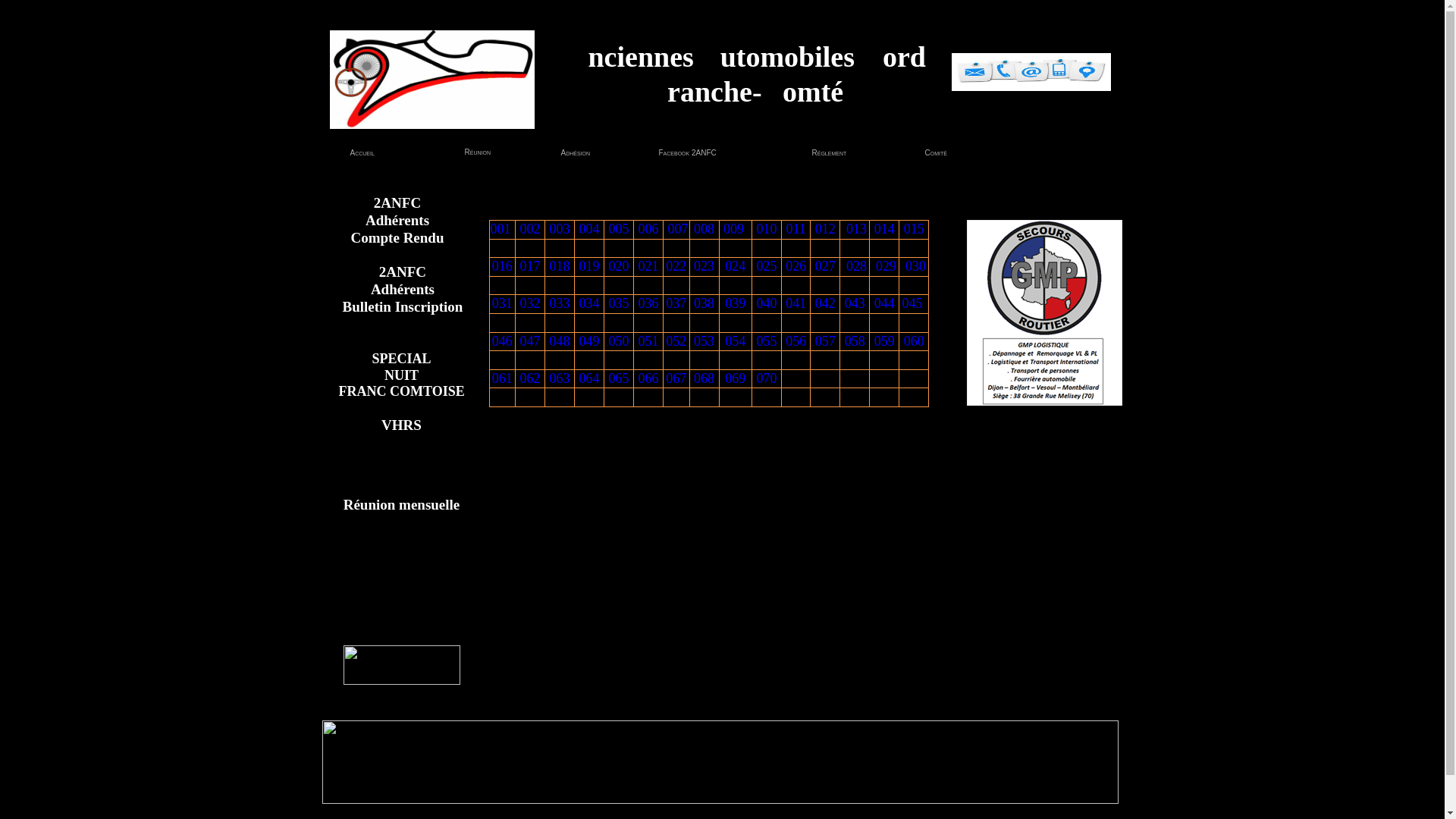 The image size is (1456, 819). I want to click on '044', so click(884, 303).